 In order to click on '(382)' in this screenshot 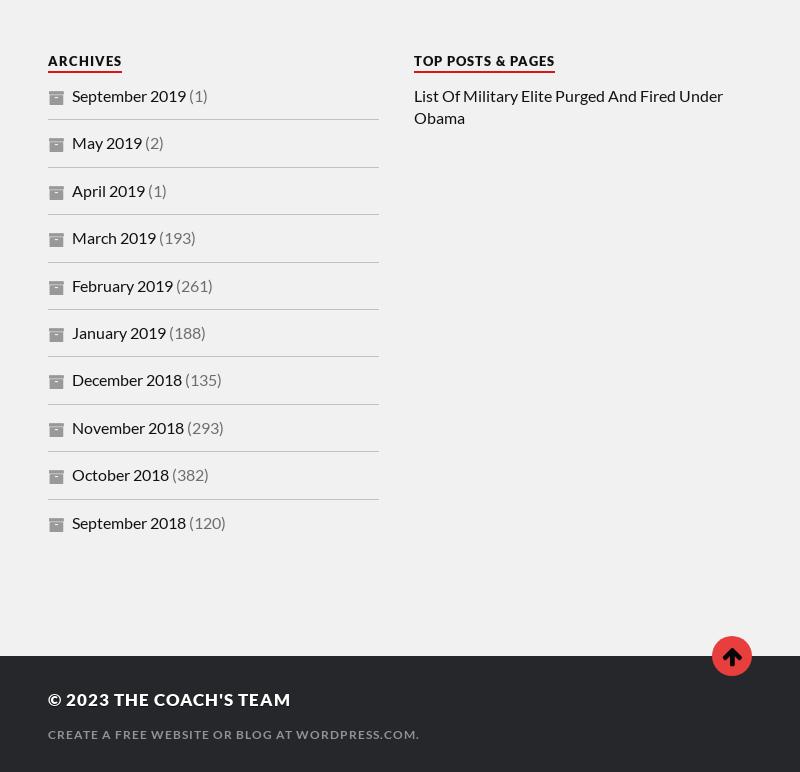, I will do `click(187, 474)`.